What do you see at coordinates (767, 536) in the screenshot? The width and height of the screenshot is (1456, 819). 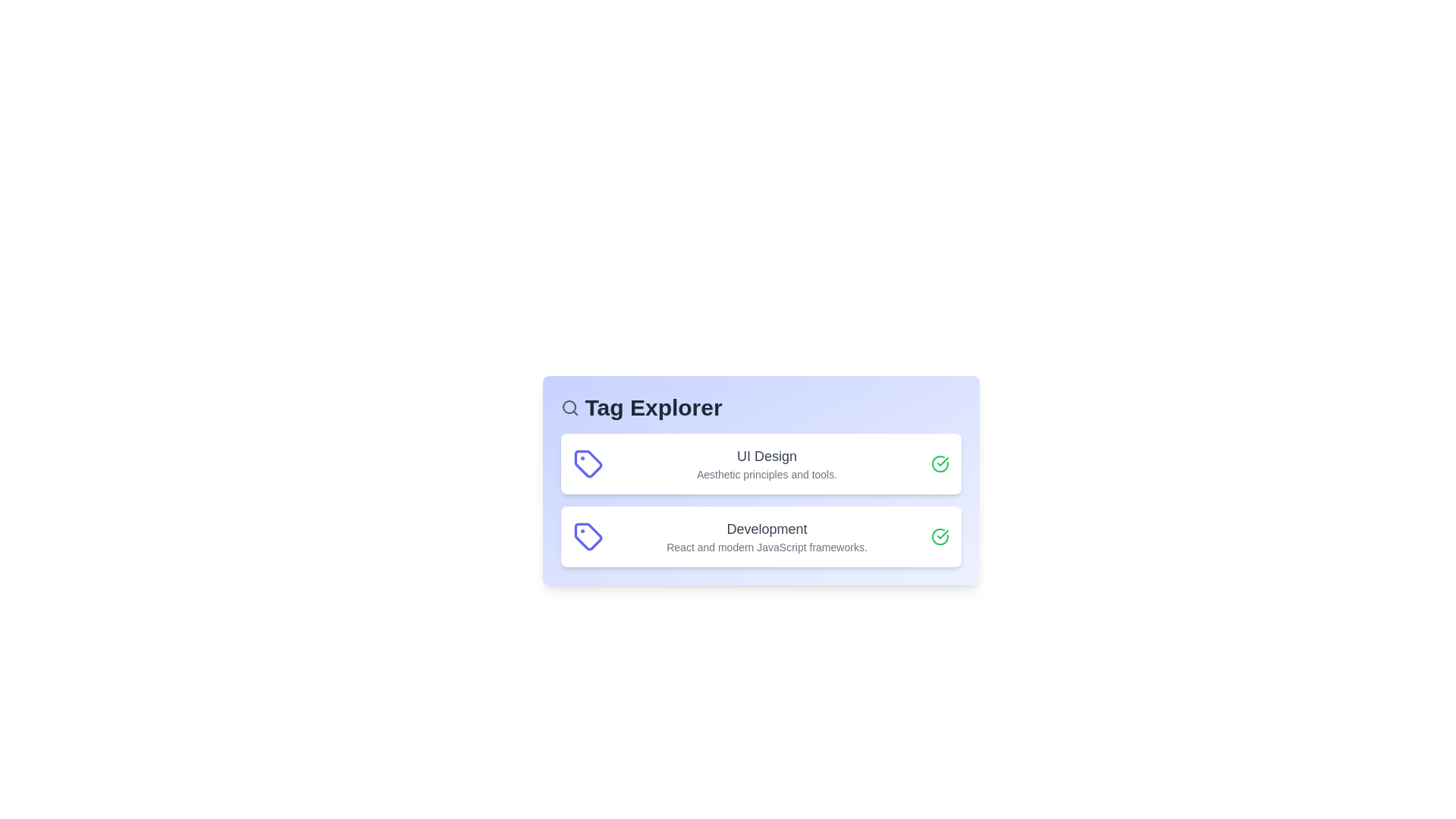 I see `the description of the tag 'Development' to reveal more details` at bounding box center [767, 536].